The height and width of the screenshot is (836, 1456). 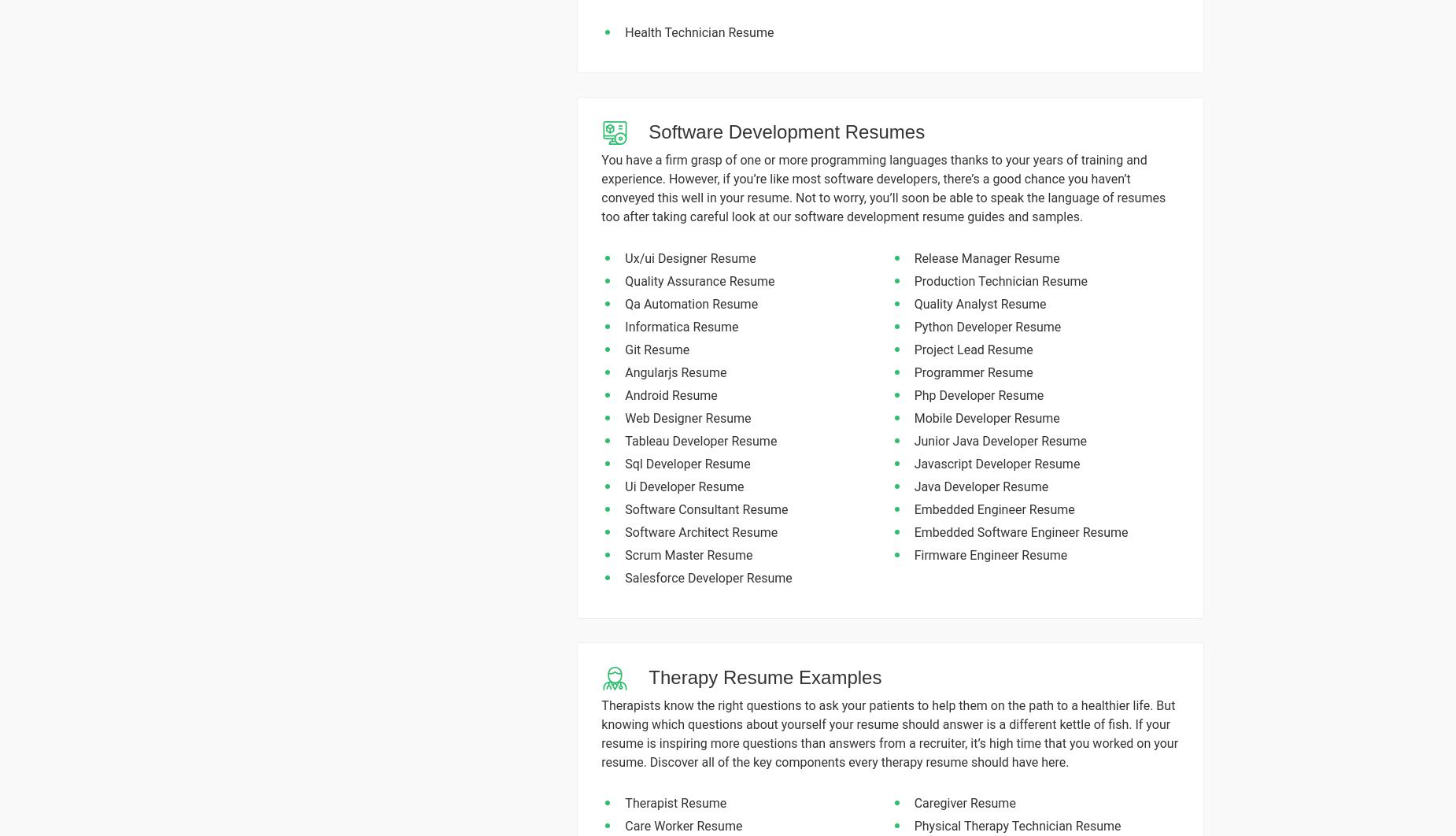 What do you see at coordinates (648, 131) in the screenshot?
I see `'Software Development Resumes'` at bounding box center [648, 131].